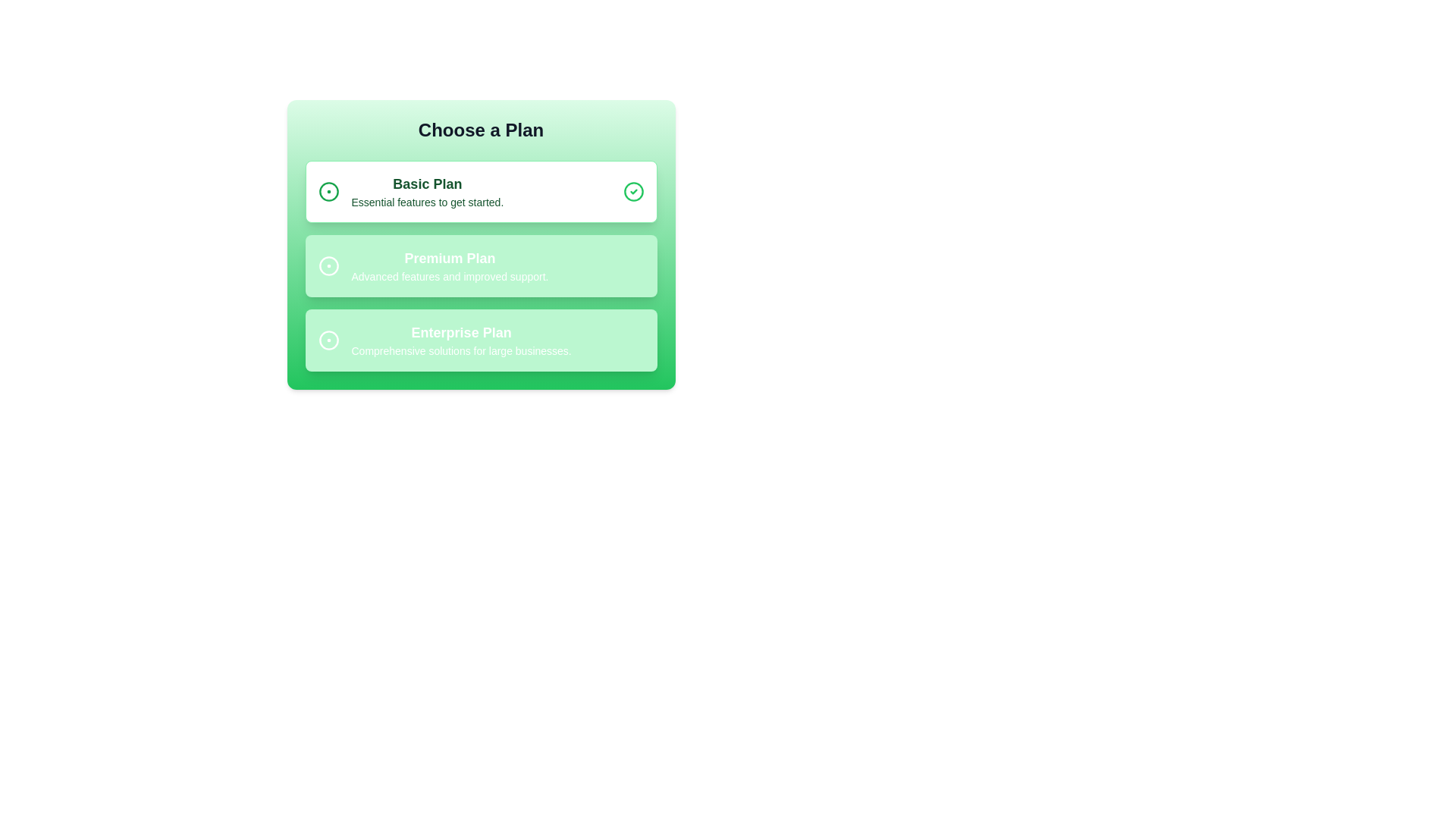 Image resolution: width=1456 pixels, height=819 pixels. Describe the element at coordinates (426, 191) in the screenshot. I see `the 'Basic Plan' text label, which is the topmost option in the plan selection list, displaying 'Basic Plan' in bold green text and 'Essential features to get started.' in smaller font against a white background` at that location.